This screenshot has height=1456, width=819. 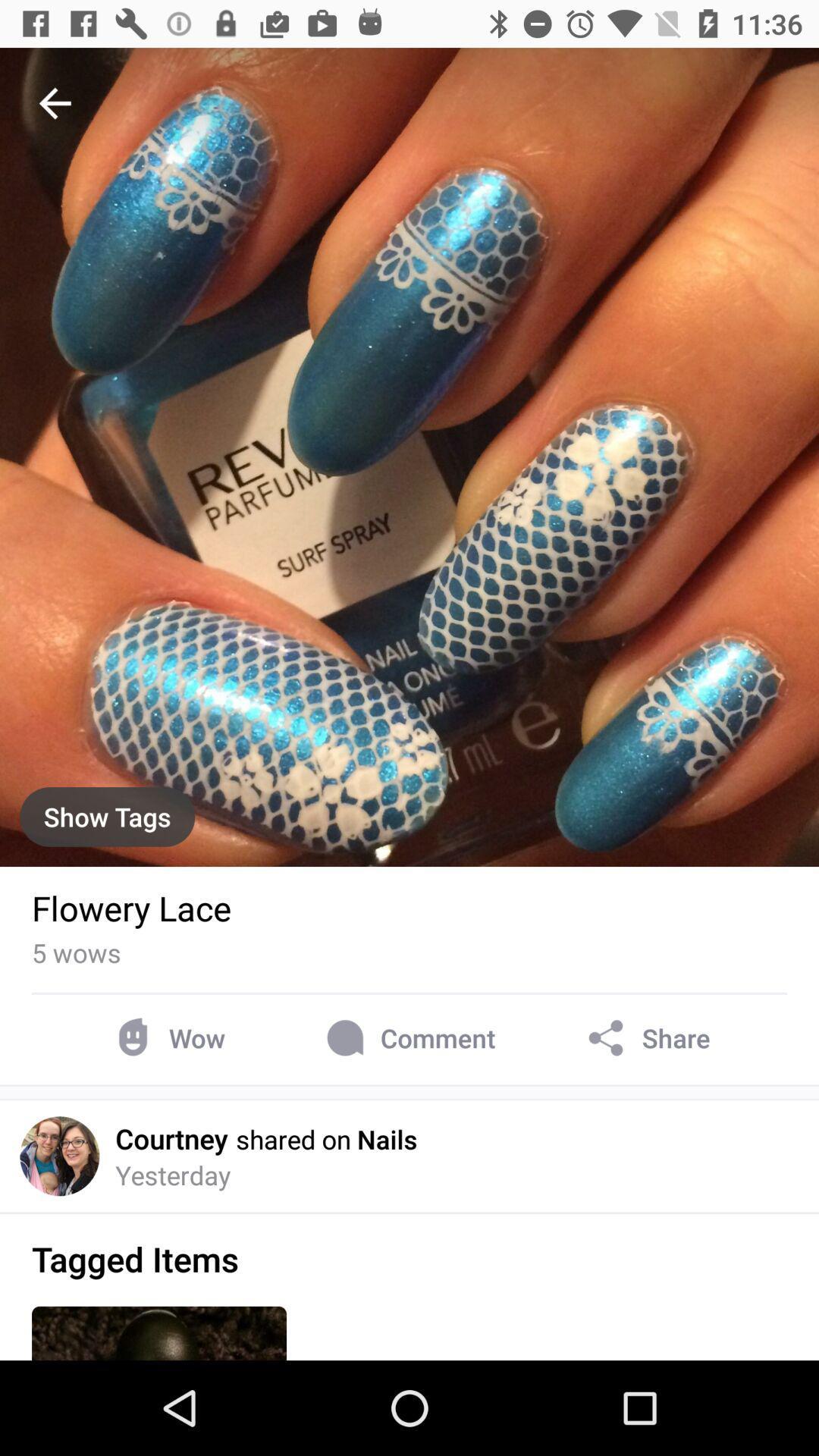 What do you see at coordinates (167, 1037) in the screenshot?
I see `wow item` at bounding box center [167, 1037].